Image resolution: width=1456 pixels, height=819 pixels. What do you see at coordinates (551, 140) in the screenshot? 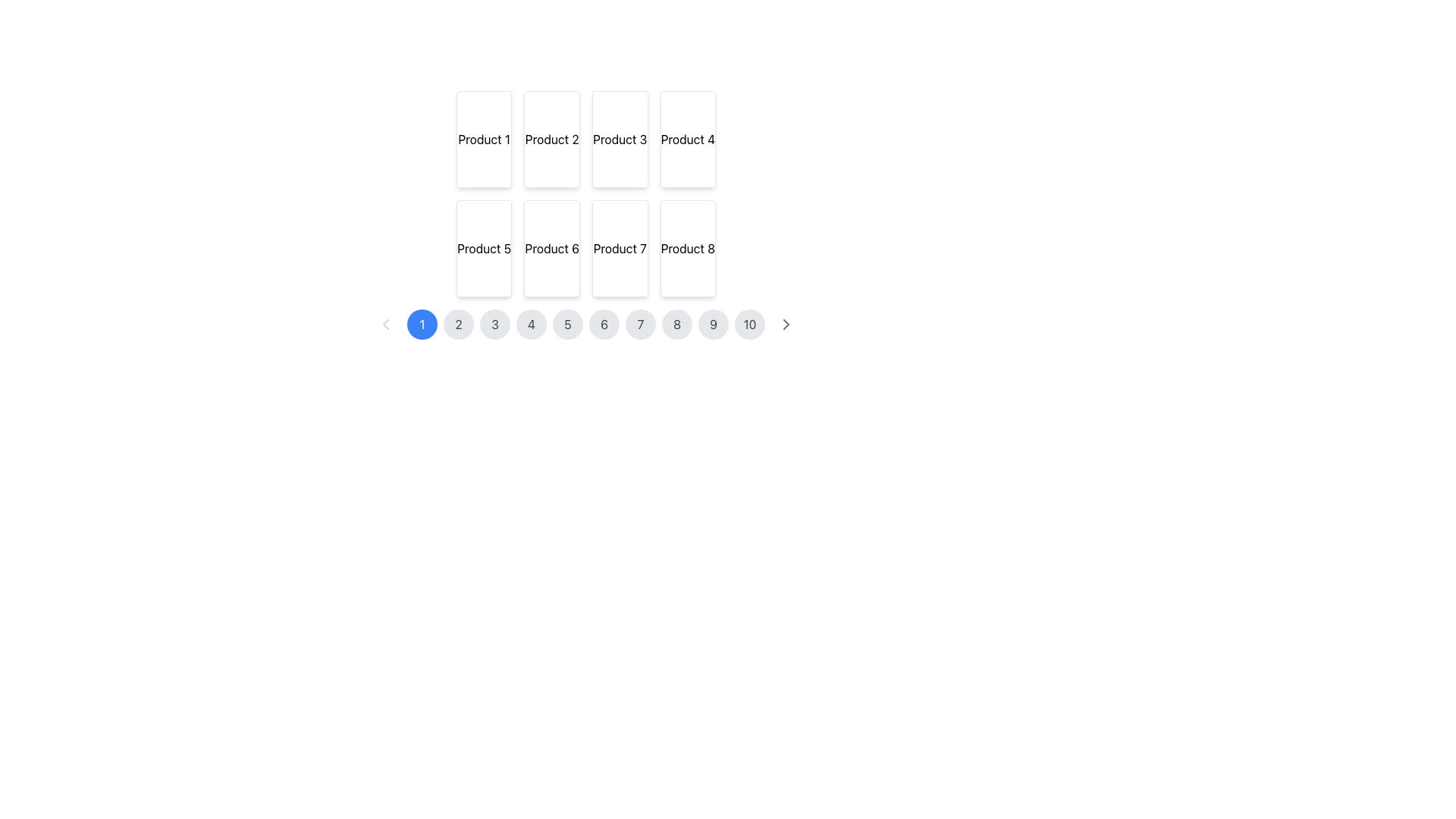
I see `the rectangular button labeled 'Product 2' with rounded corners and a thin gray border, located in the first row of a 4-column grid layout` at bounding box center [551, 140].